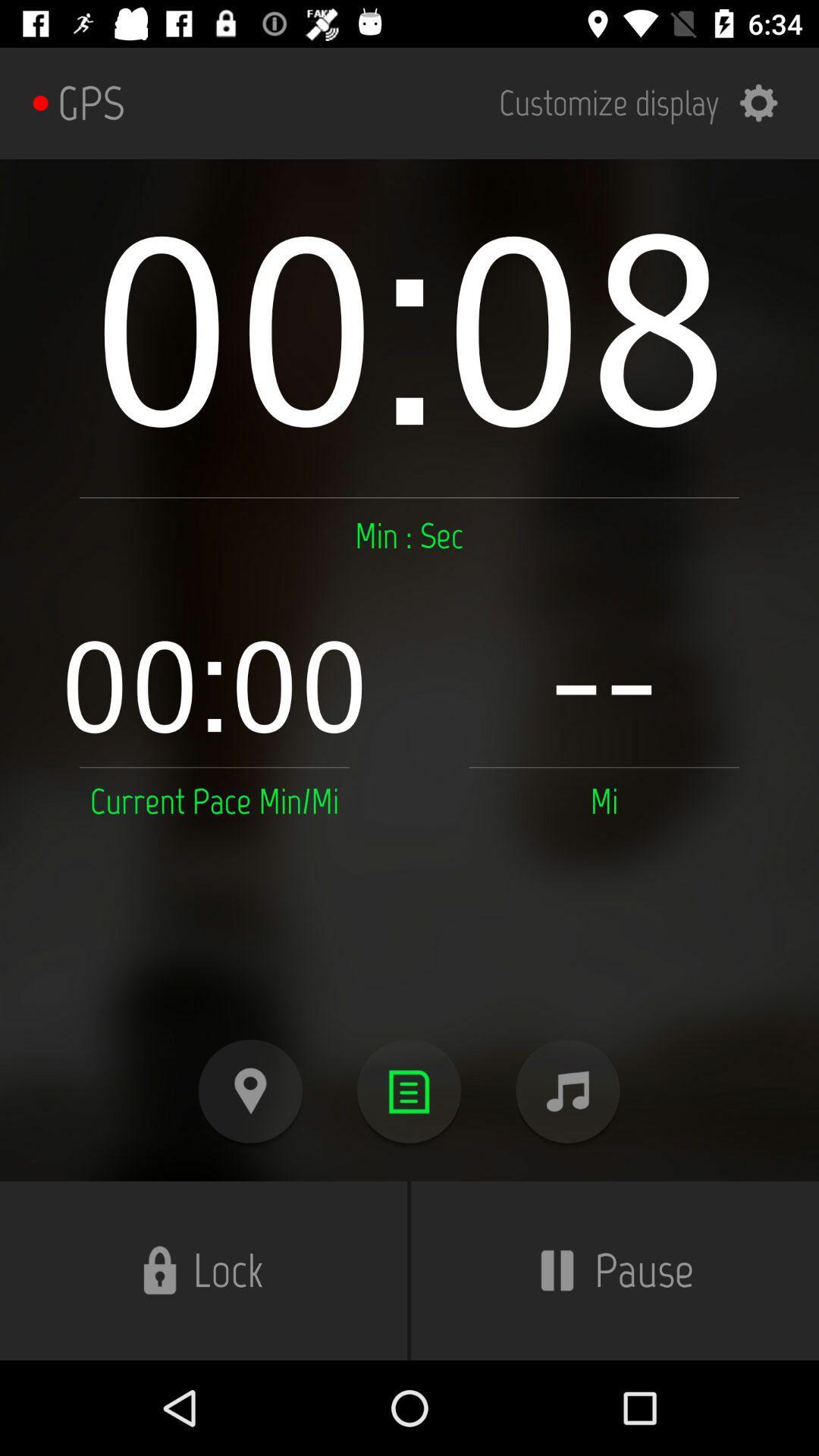 The width and height of the screenshot is (819, 1456). What do you see at coordinates (614, 1270) in the screenshot?
I see `pause` at bounding box center [614, 1270].